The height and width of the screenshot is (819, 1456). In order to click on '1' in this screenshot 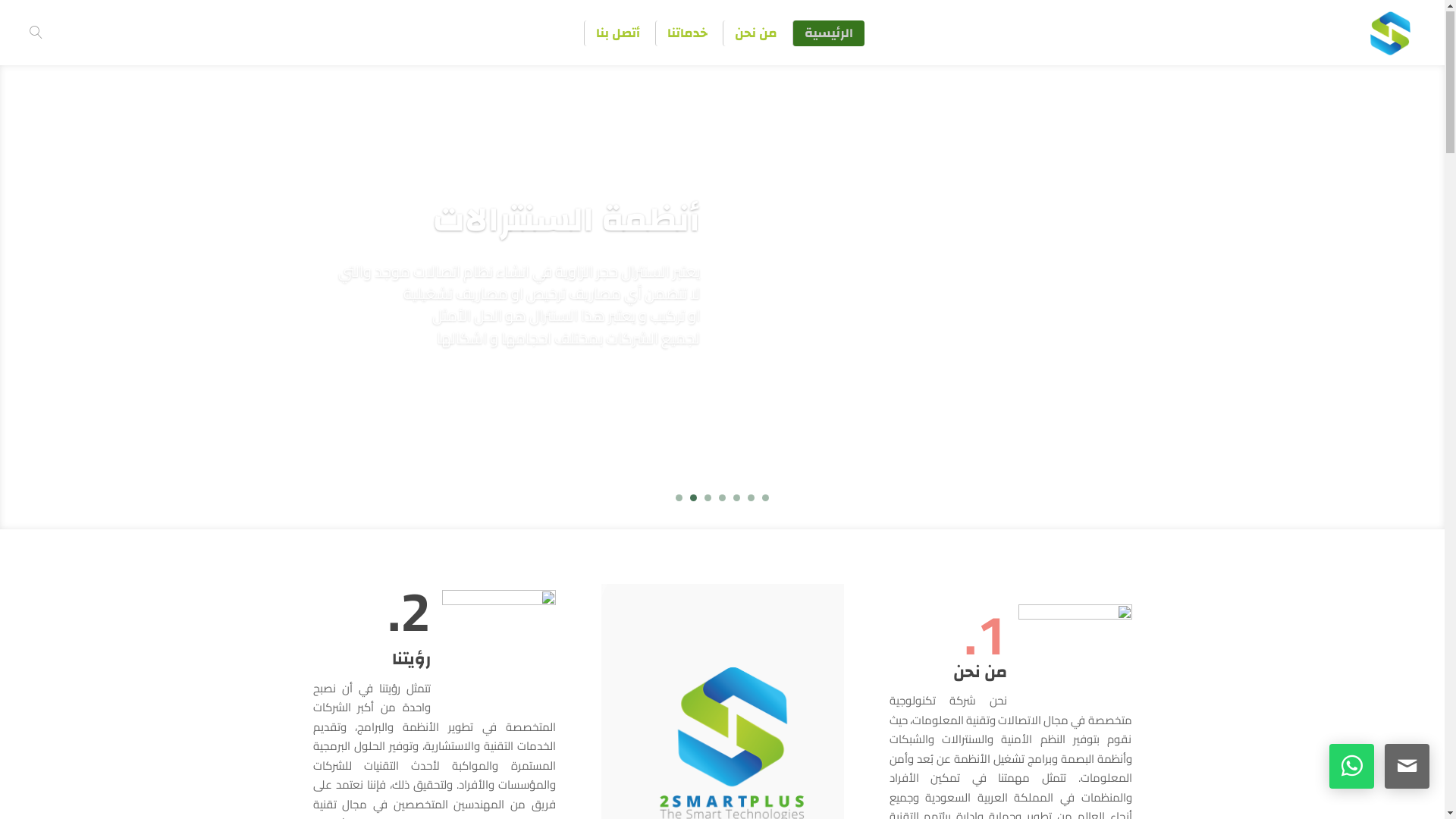, I will do `click(765, 498)`.